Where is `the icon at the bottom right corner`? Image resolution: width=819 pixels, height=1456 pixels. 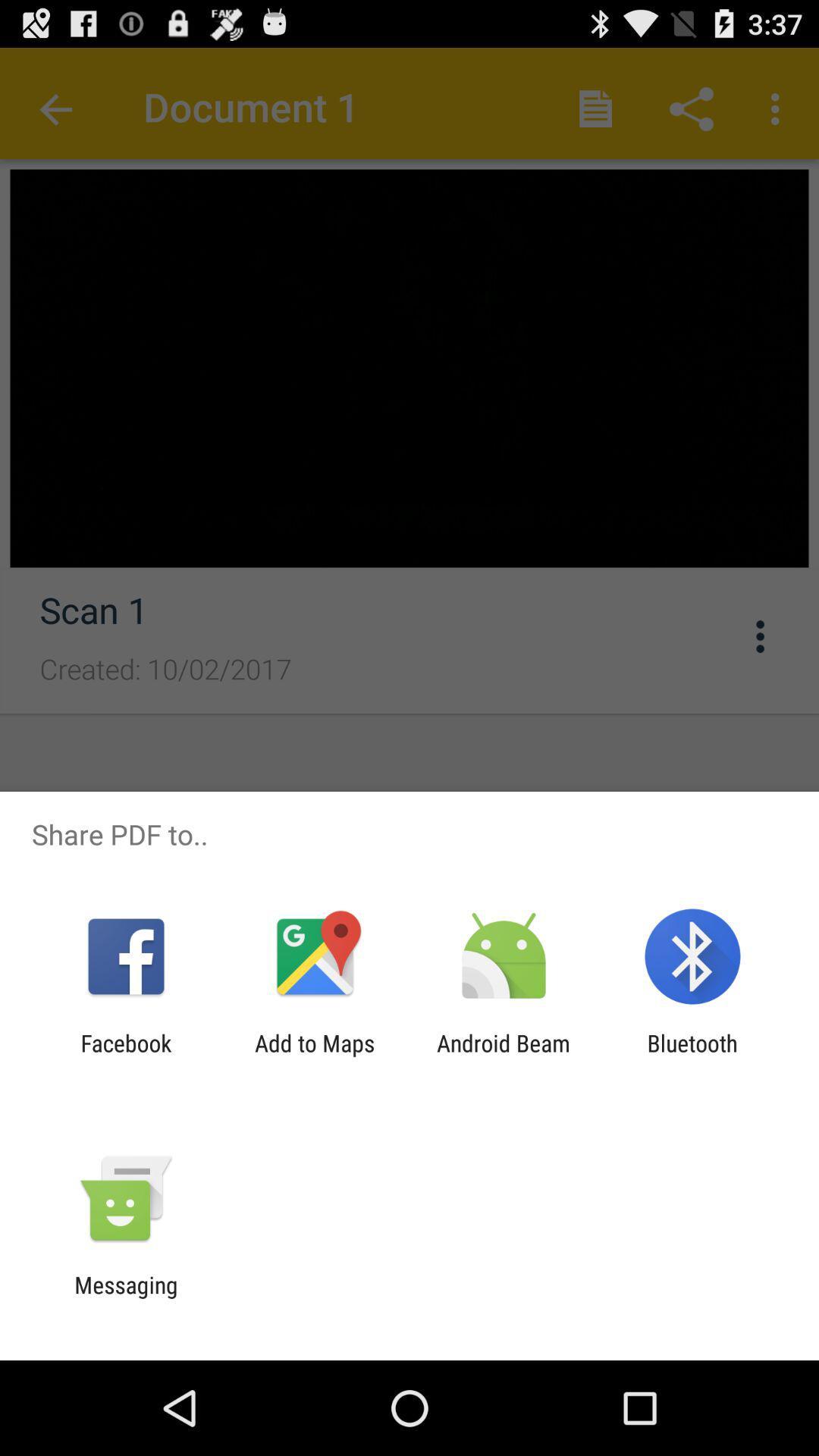
the icon at the bottom right corner is located at coordinates (692, 1056).